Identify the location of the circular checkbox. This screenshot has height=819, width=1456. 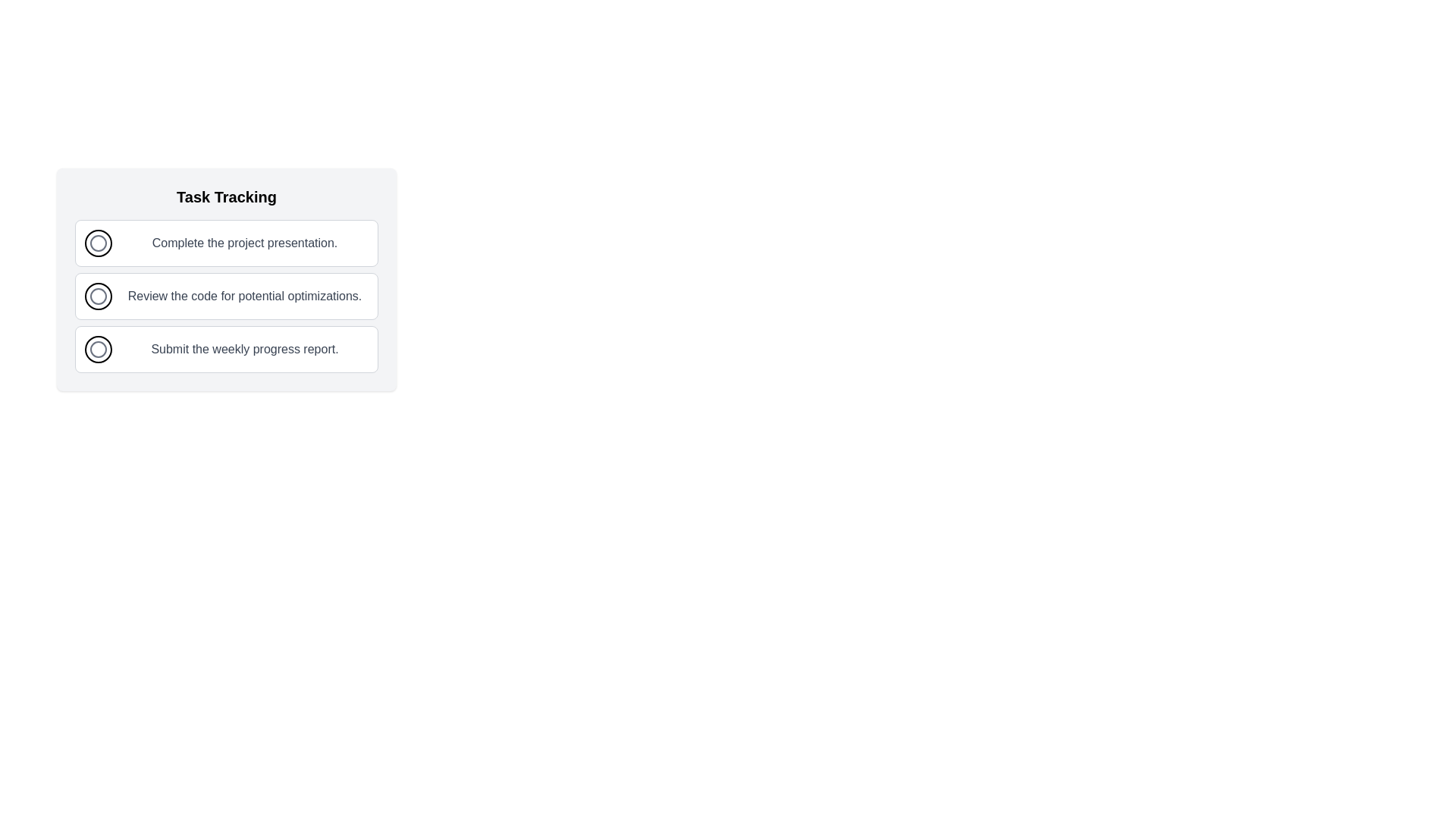
(97, 350).